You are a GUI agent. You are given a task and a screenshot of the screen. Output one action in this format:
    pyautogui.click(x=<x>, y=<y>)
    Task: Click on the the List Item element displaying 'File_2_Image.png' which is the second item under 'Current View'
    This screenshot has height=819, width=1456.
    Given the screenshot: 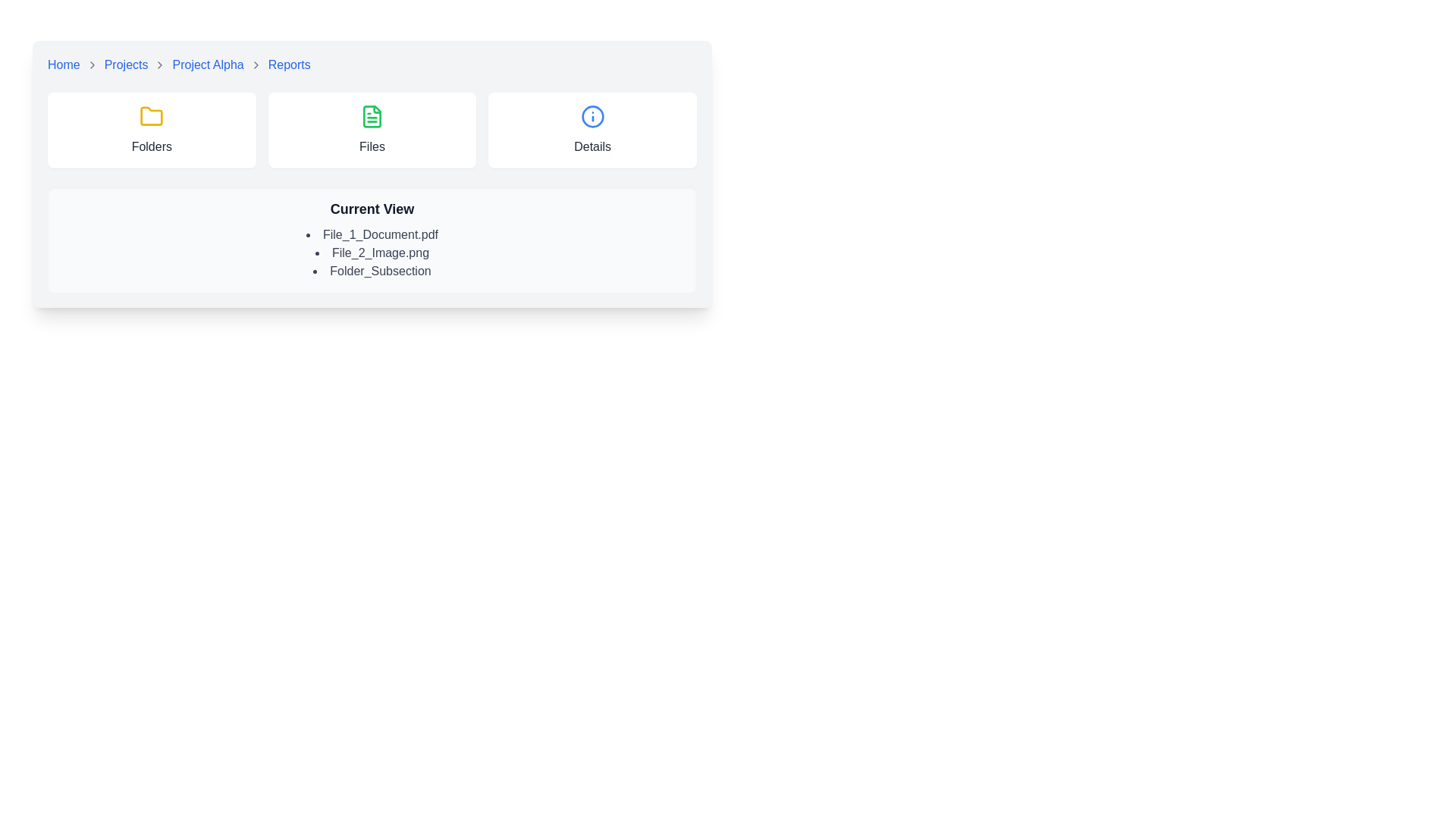 What is the action you would take?
    pyautogui.click(x=372, y=253)
    